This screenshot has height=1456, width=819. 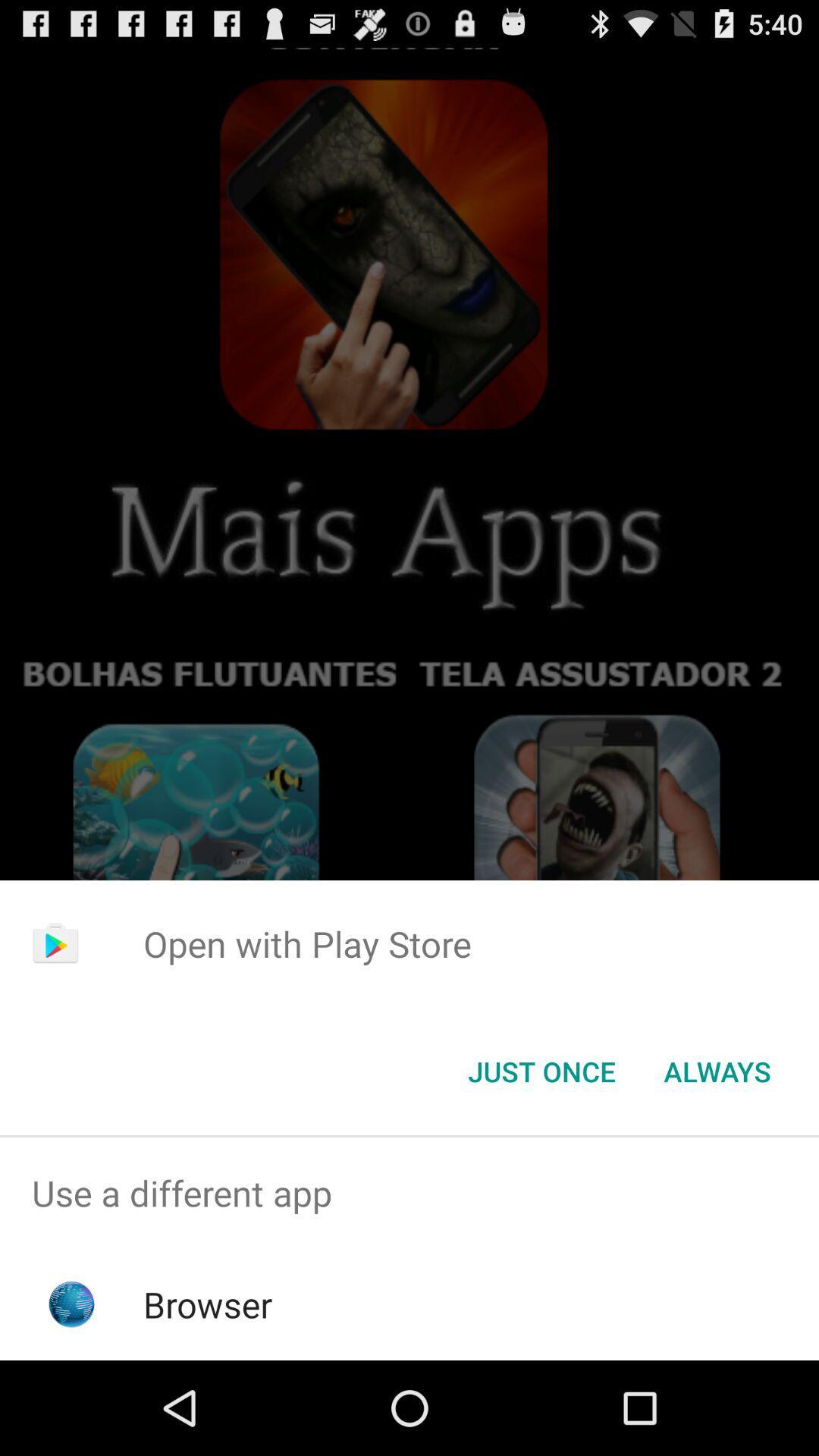 I want to click on always item, so click(x=717, y=1070).